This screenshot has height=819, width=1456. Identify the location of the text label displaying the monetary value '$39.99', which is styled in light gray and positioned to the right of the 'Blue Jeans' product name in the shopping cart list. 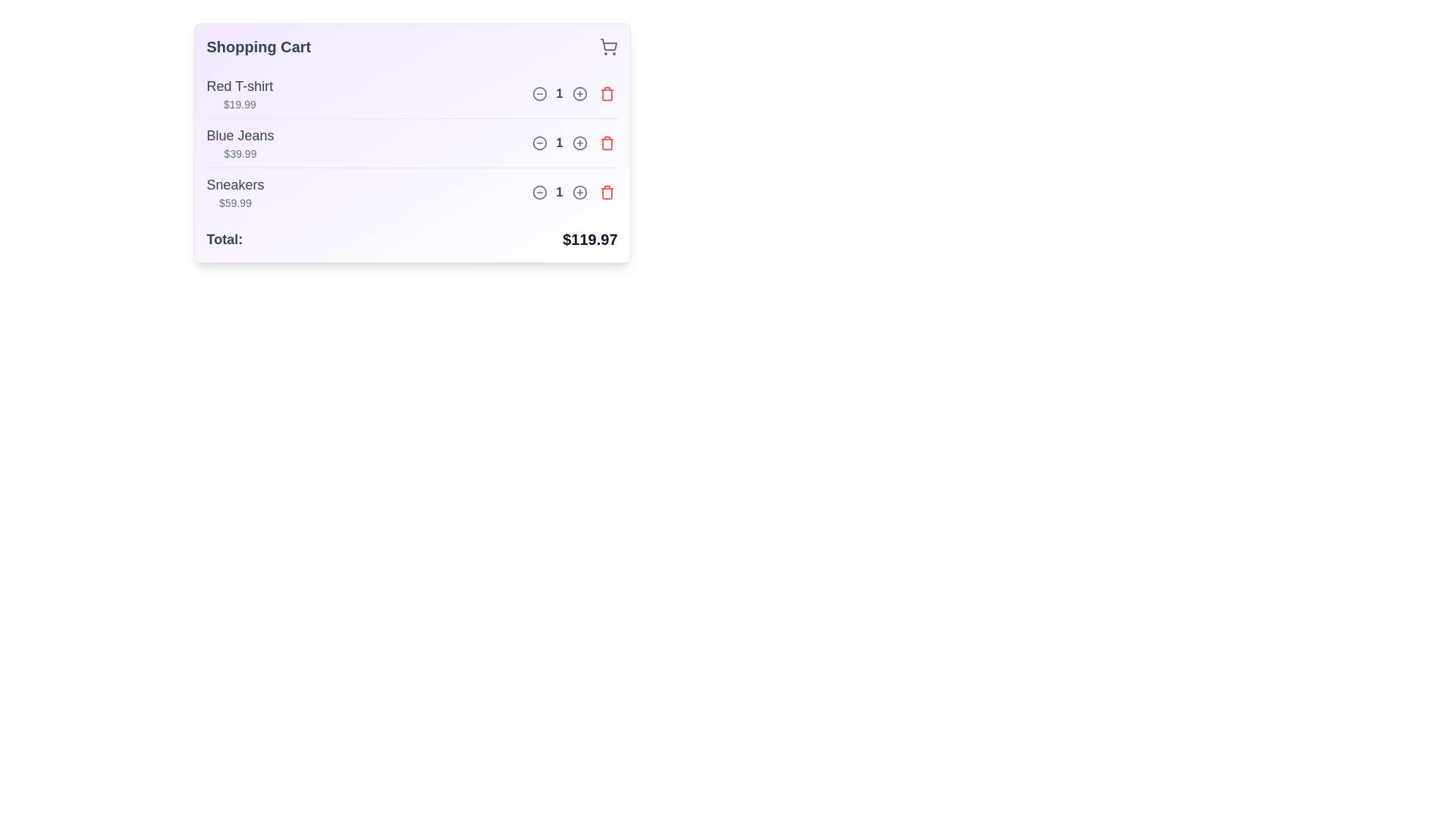
(239, 154).